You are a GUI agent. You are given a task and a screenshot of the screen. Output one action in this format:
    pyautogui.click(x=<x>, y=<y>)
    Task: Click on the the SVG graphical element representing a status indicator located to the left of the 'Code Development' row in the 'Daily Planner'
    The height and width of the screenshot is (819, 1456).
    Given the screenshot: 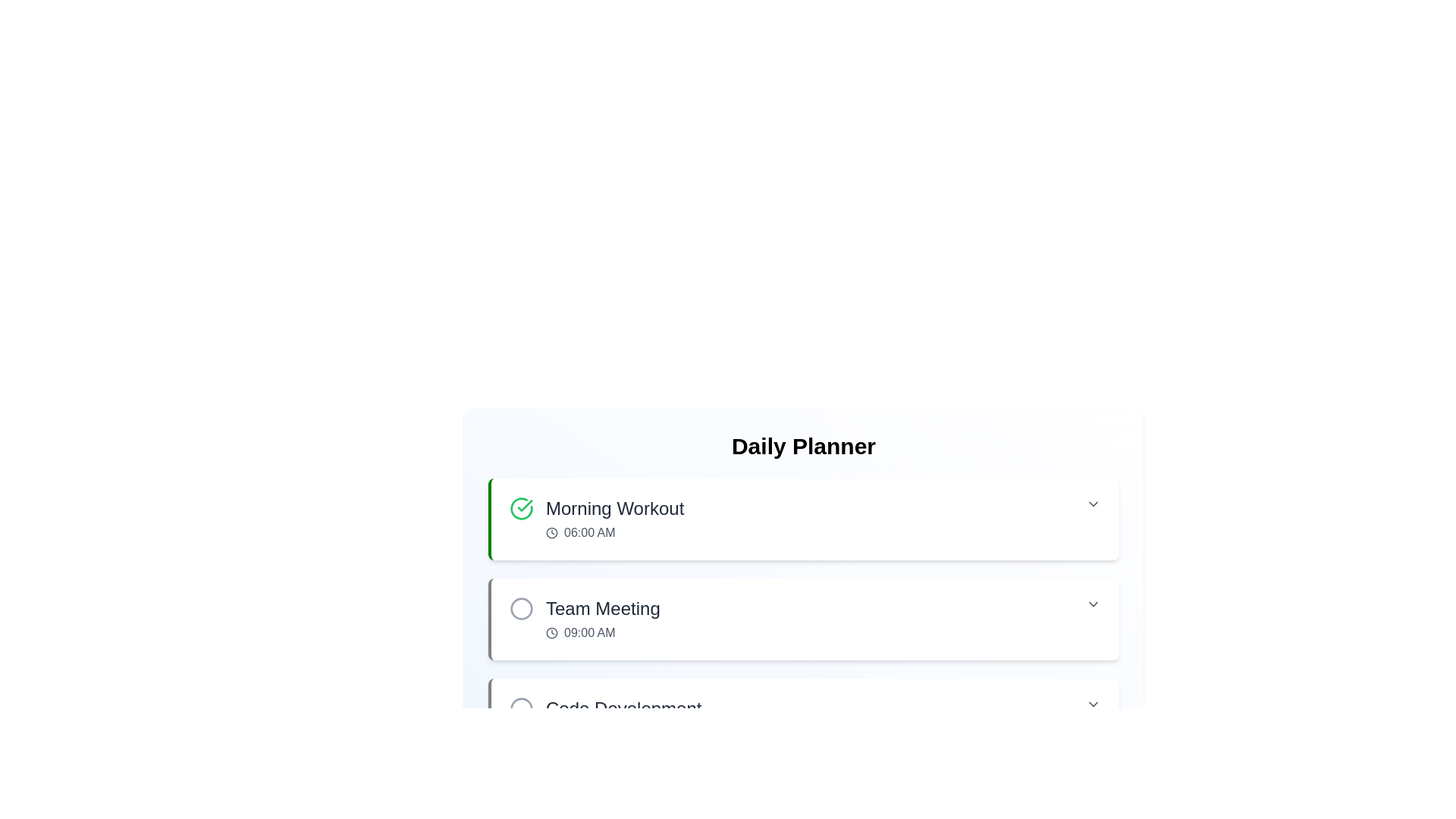 What is the action you would take?
    pyautogui.click(x=521, y=708)
    